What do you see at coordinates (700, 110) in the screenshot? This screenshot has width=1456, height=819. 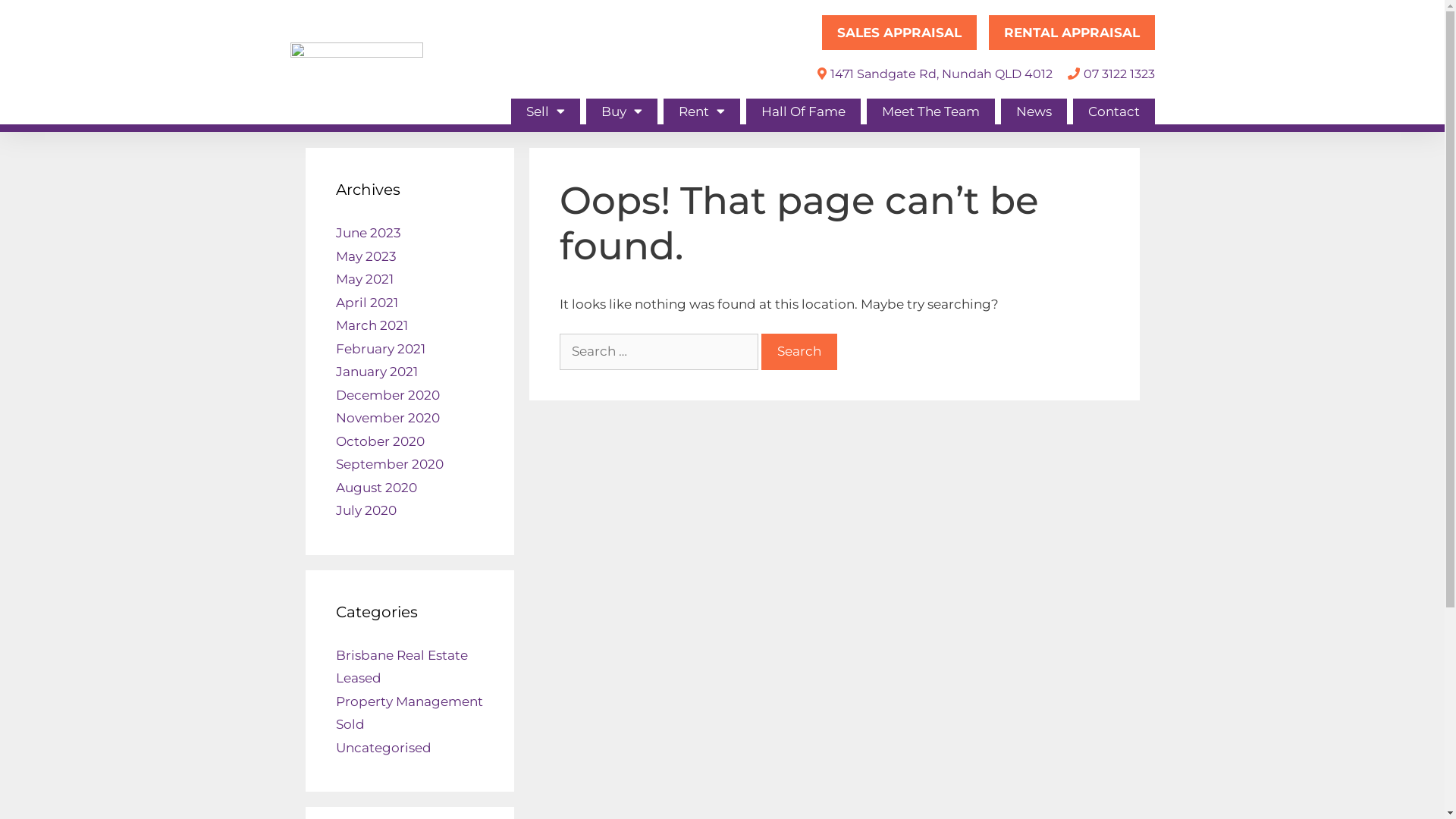 I see `'Rent'` at bounding box center [700, 110].